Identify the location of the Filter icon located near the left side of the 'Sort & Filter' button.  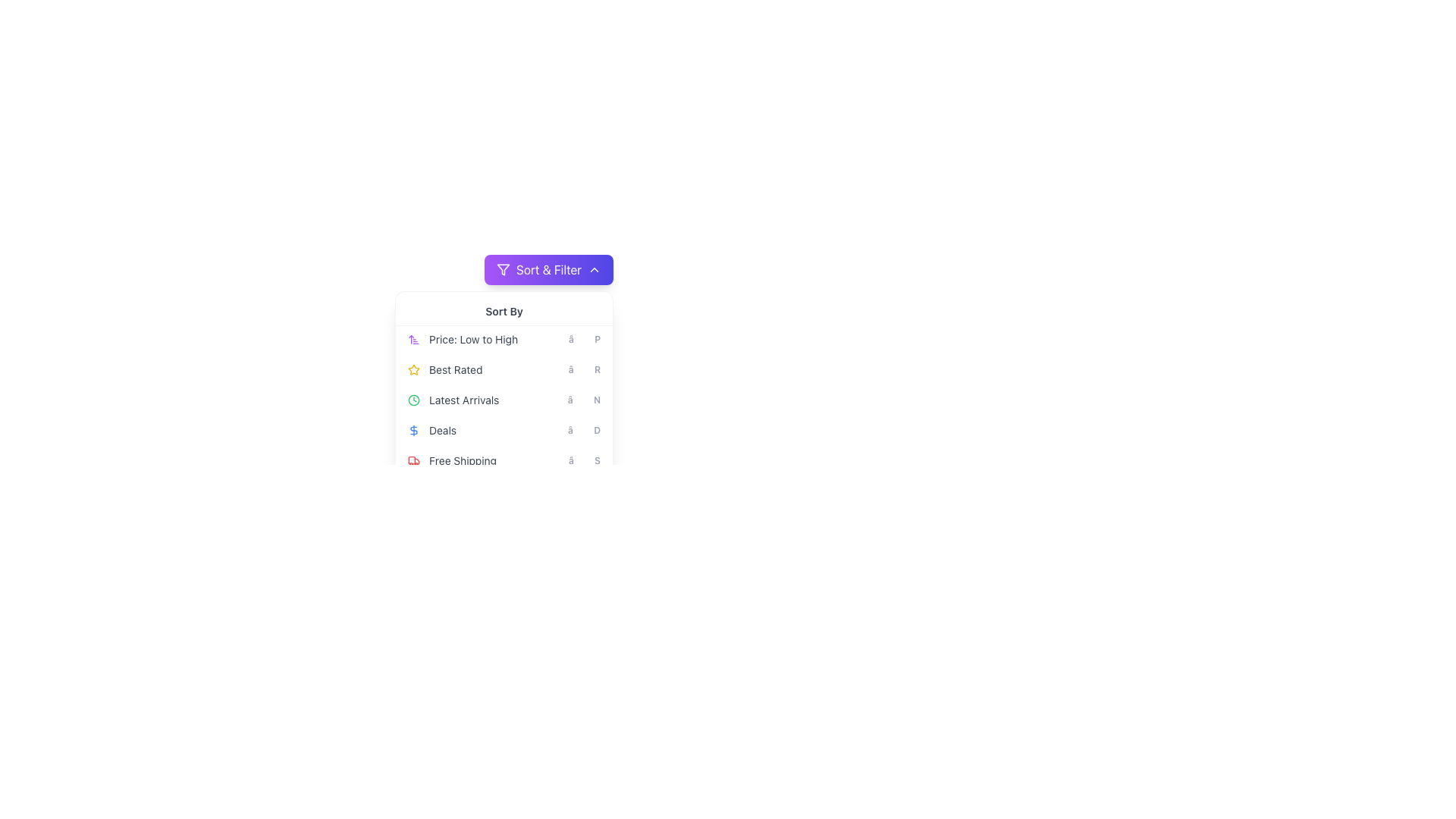
(503, 268).